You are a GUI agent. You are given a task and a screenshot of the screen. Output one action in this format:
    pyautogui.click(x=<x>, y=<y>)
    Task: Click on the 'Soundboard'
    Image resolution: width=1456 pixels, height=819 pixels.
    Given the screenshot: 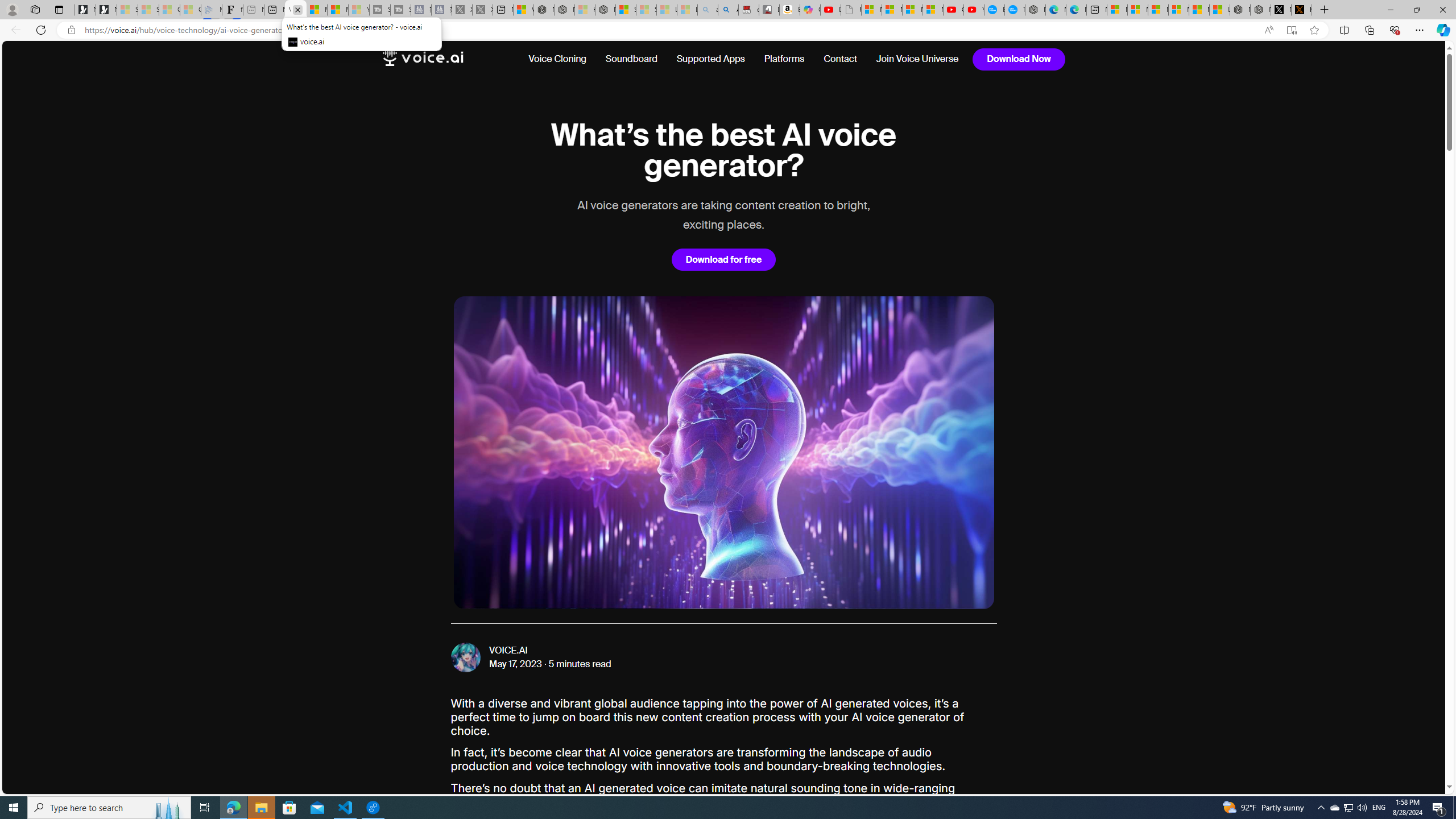 What is the action you would take?
    pyautogui.click(x=631, y=59)
    